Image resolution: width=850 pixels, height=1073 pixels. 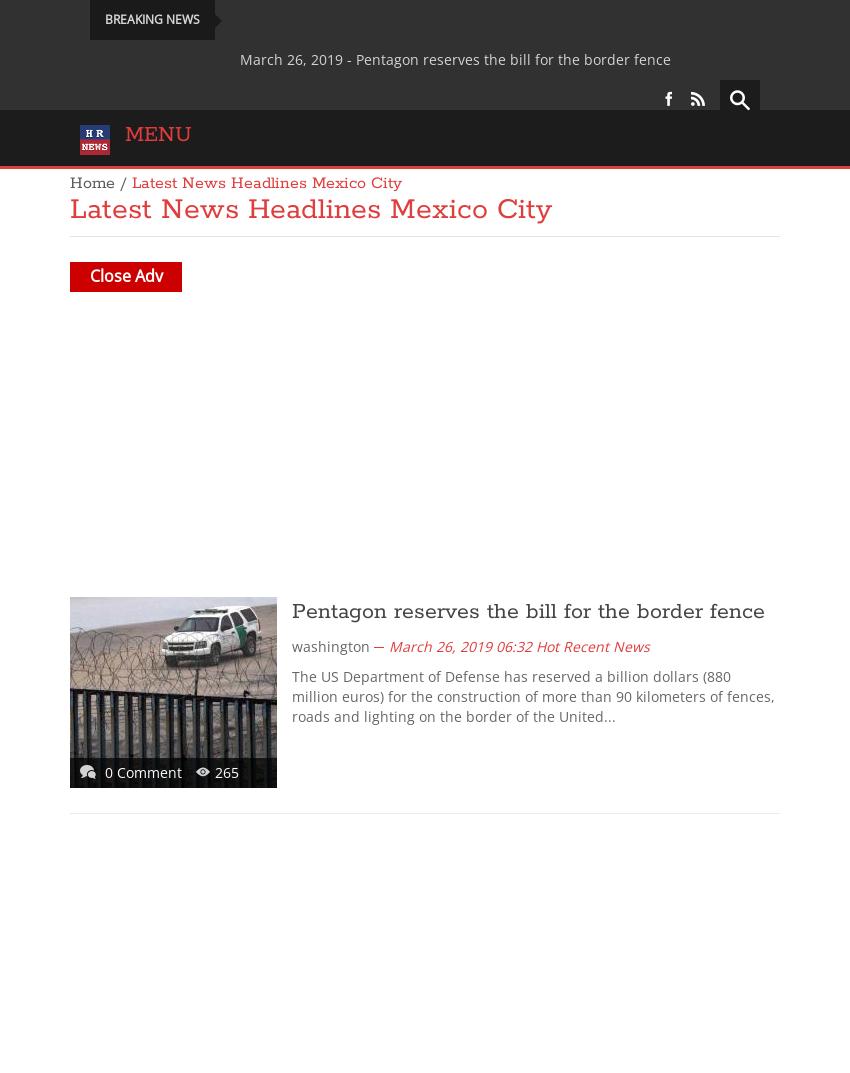 I want to click on 'March 26, 2019 06:32', so click(x=459, y=645).